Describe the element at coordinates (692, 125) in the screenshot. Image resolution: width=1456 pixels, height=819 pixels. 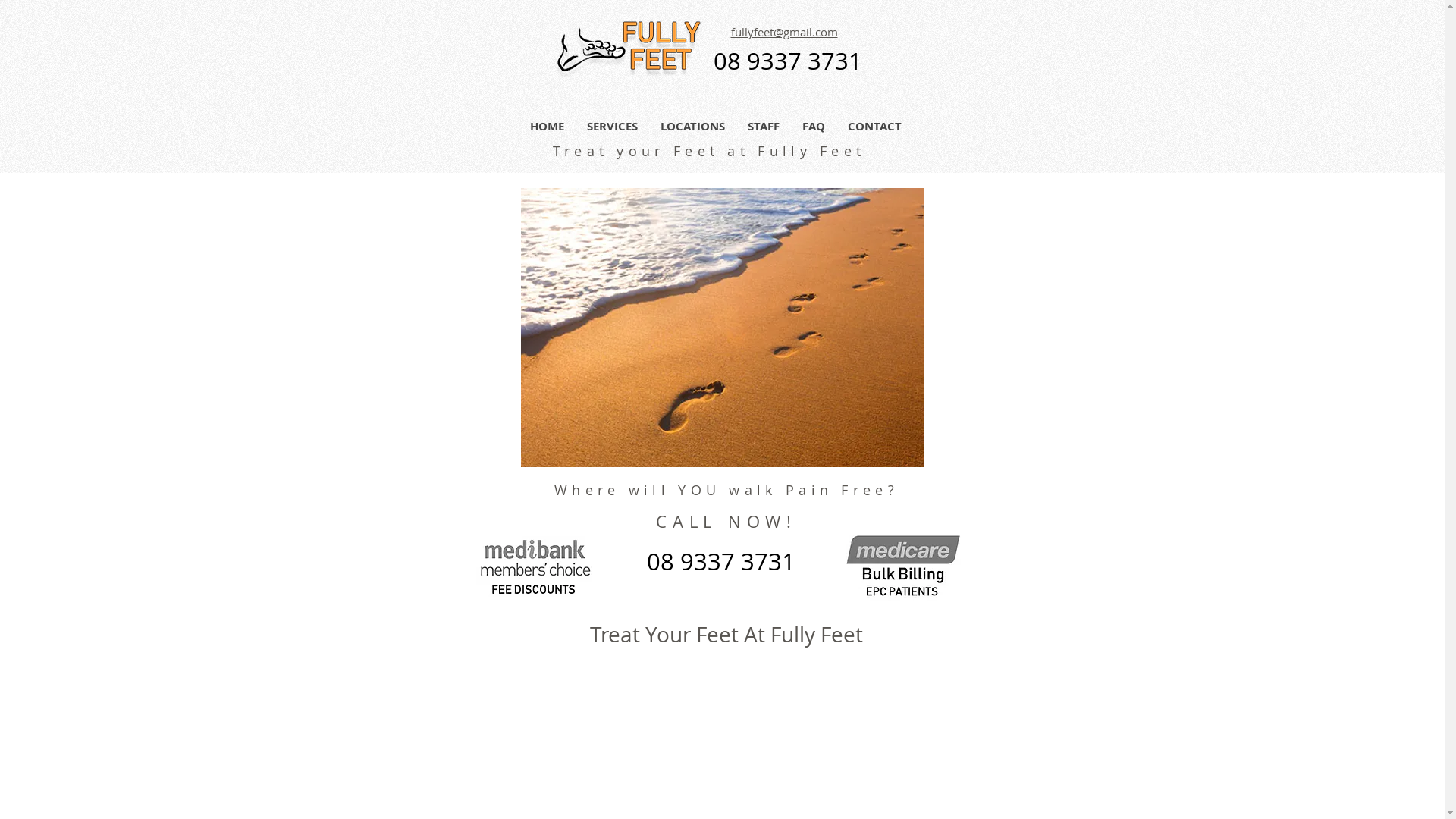
I see `'LOCATIONS'` at that location.